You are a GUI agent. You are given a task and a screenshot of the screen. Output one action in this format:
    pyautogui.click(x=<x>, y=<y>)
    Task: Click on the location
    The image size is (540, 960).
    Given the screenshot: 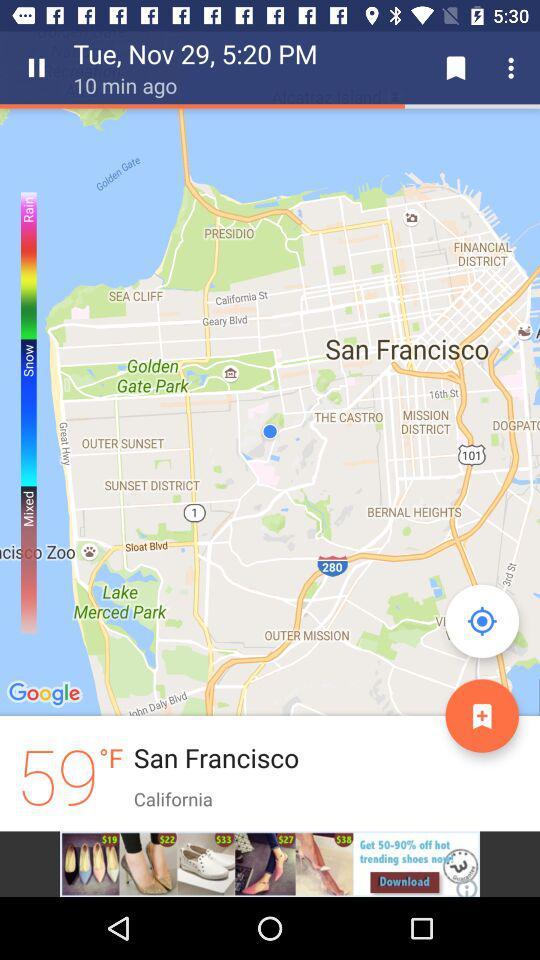 What is the action you would take?
    pyautogui.click(x=481, y=715)
    